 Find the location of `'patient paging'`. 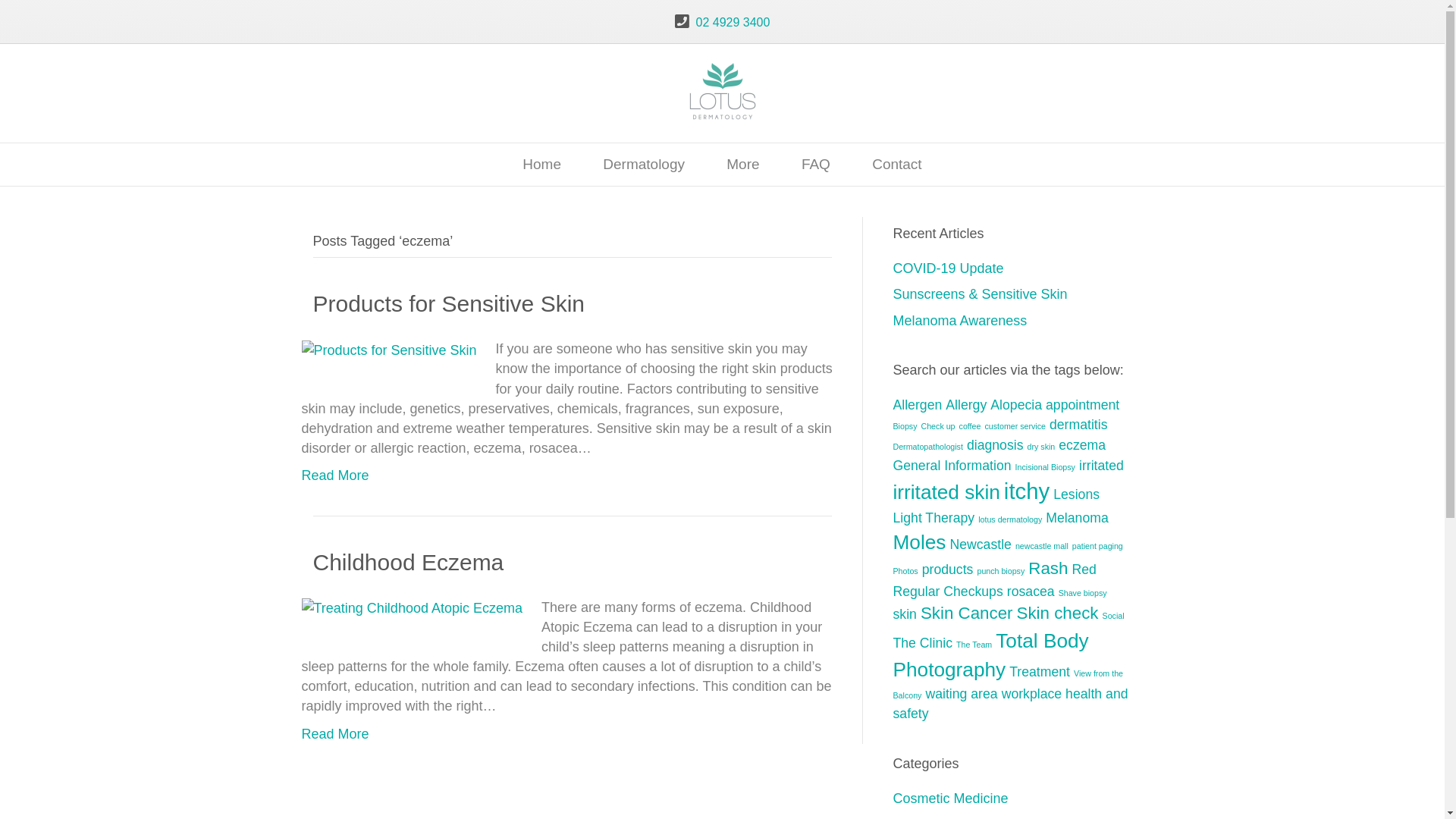

'patient paging' is located at coordinates (1097, 546).